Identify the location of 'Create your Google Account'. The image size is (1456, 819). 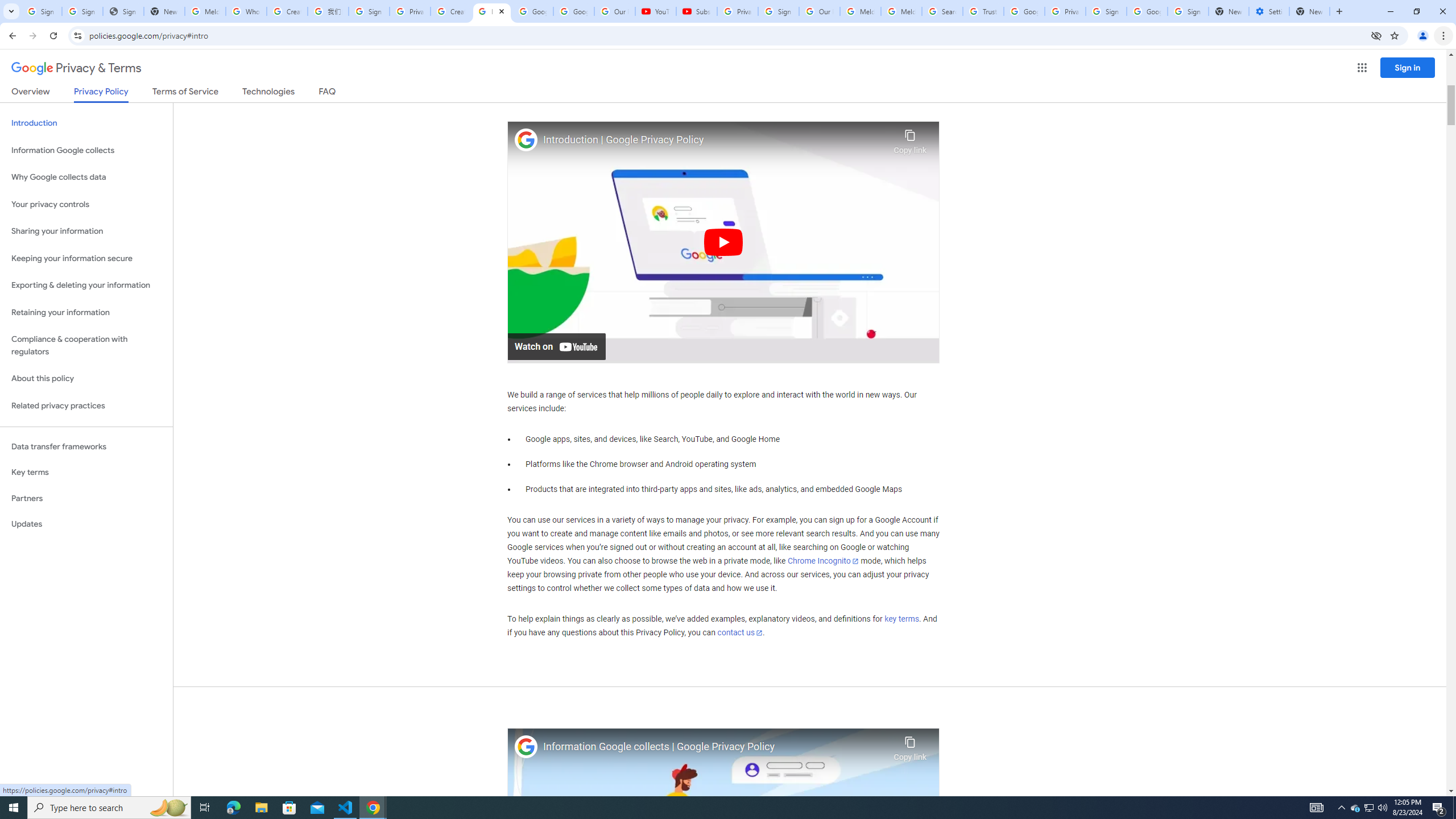
(450, 11).